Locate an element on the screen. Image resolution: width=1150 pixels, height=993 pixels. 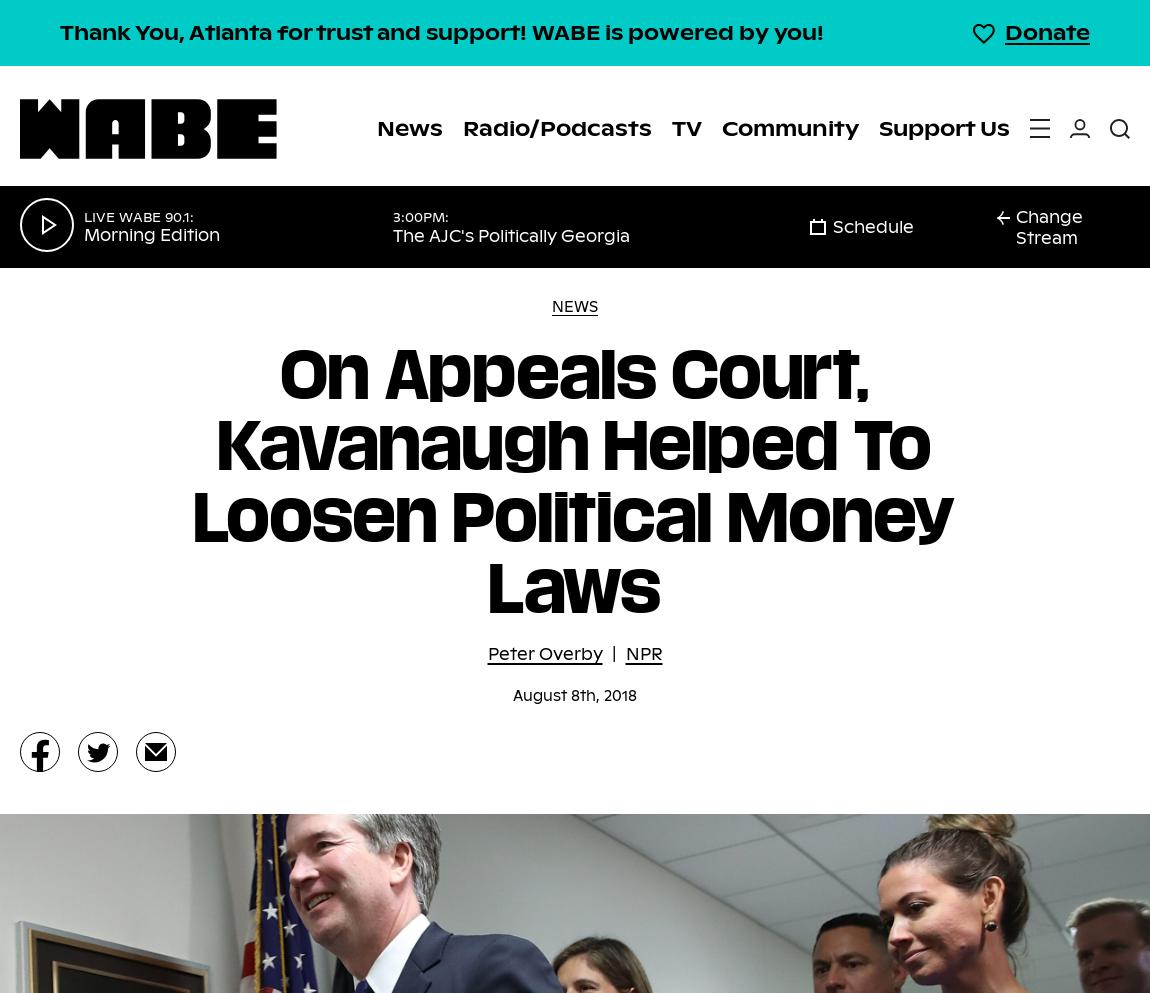
'Change Stream' is located at coordinates (1049, 226).